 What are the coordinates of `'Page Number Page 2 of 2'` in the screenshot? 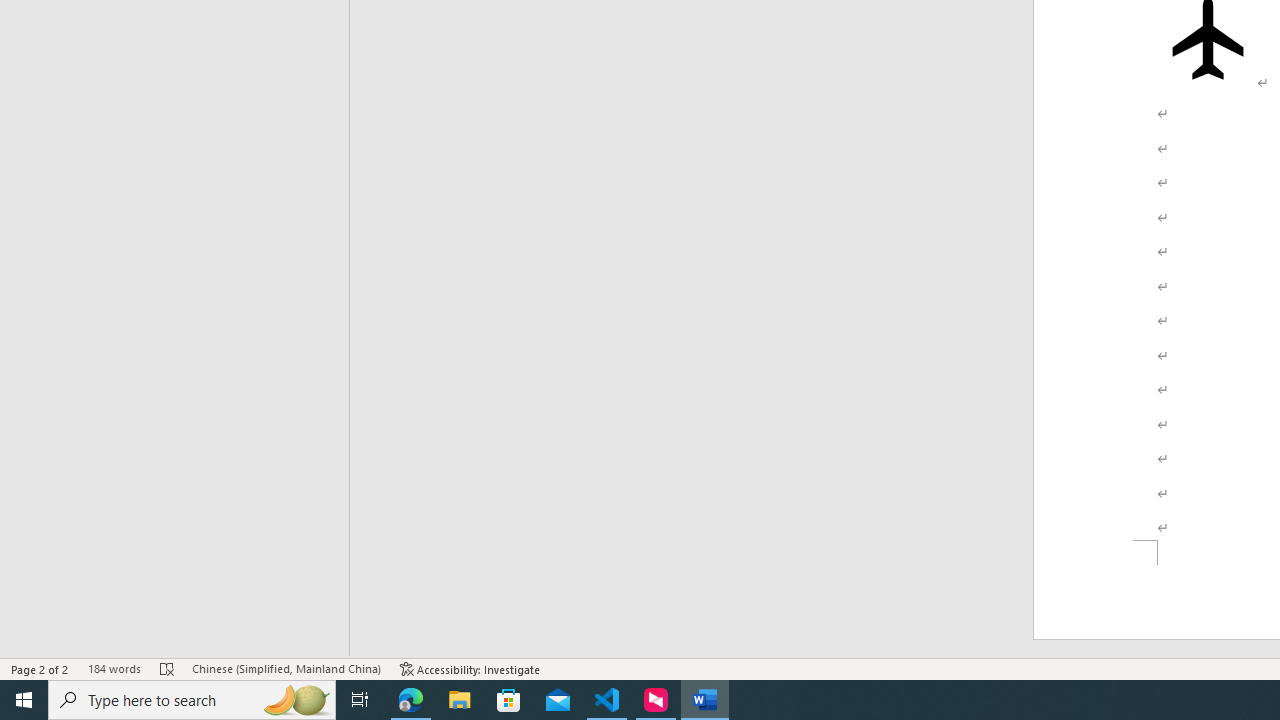 It's located at (40, 669).